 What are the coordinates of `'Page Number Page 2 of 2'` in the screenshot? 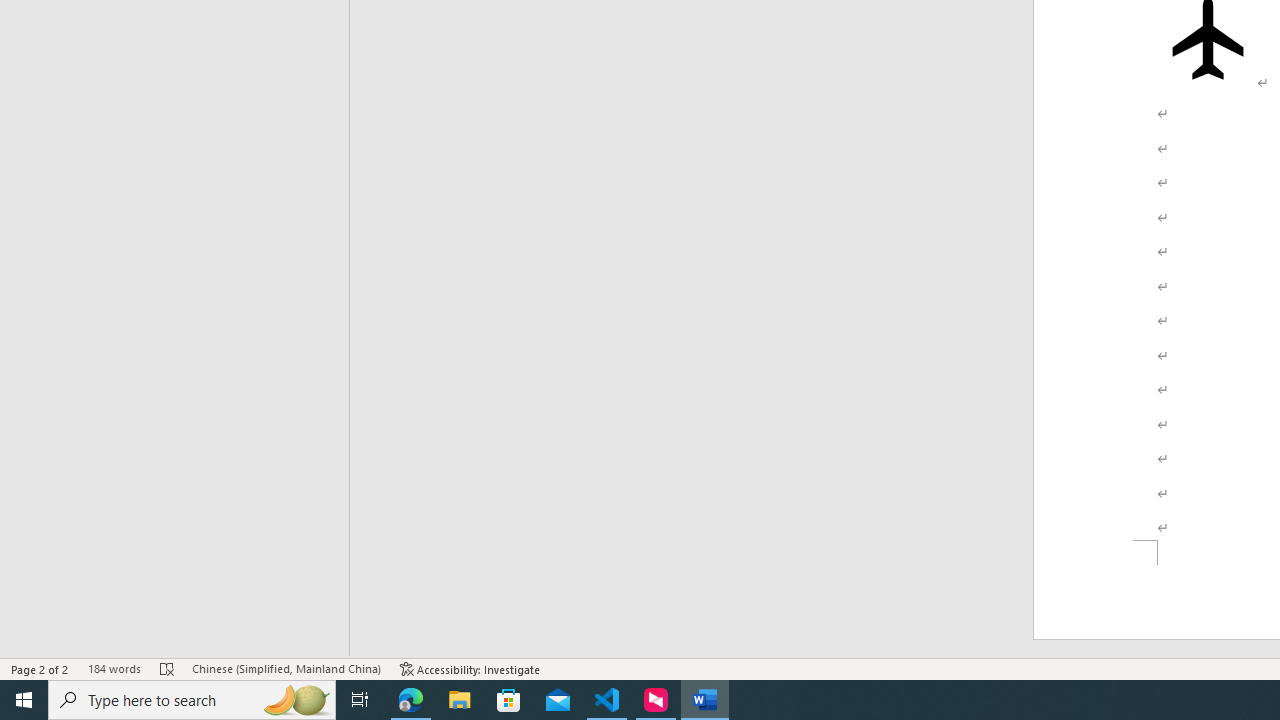 It's located at (40, 669).